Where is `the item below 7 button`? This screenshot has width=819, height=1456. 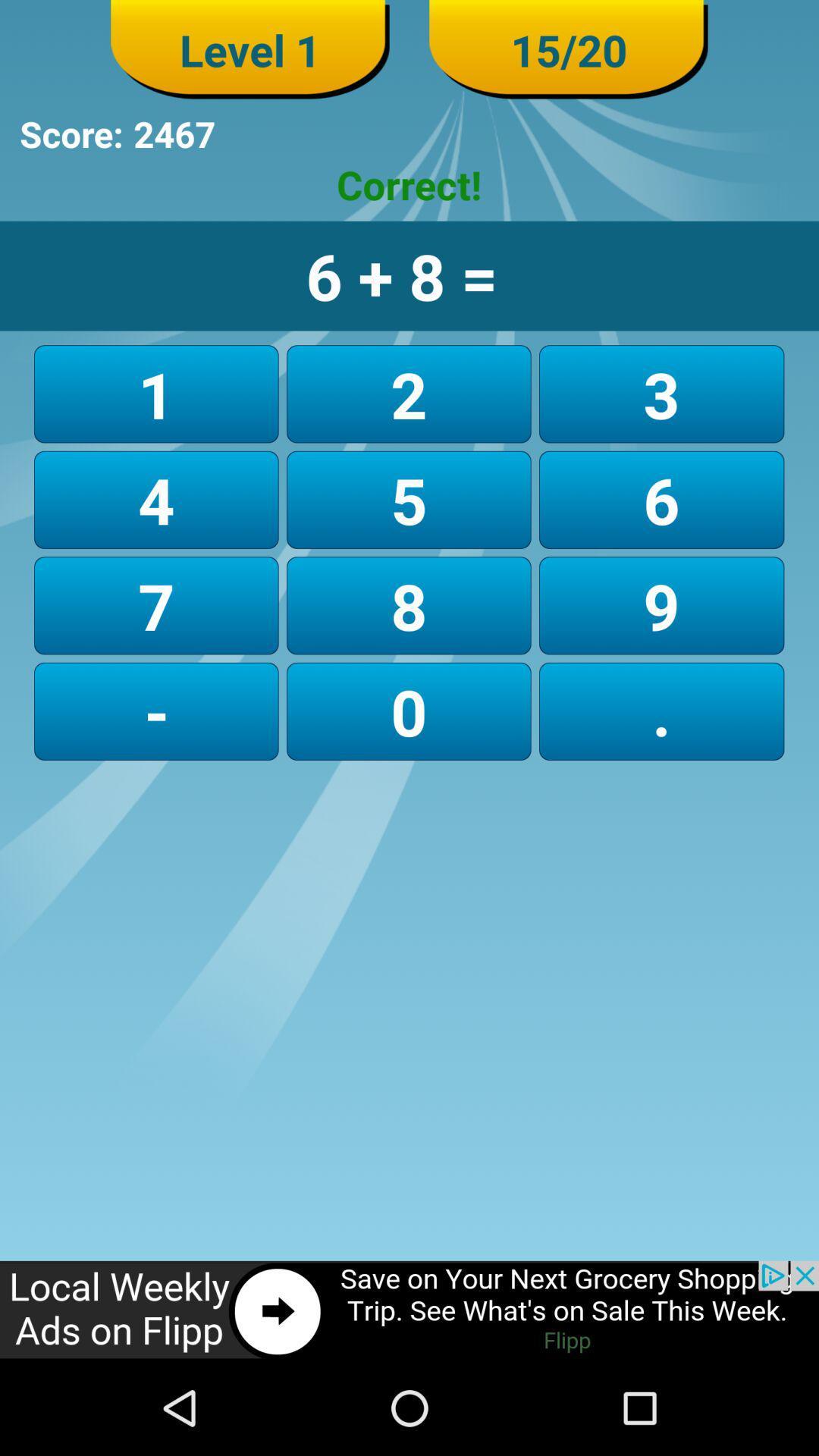 the item below 7 button is located at coordinates (408, 711).